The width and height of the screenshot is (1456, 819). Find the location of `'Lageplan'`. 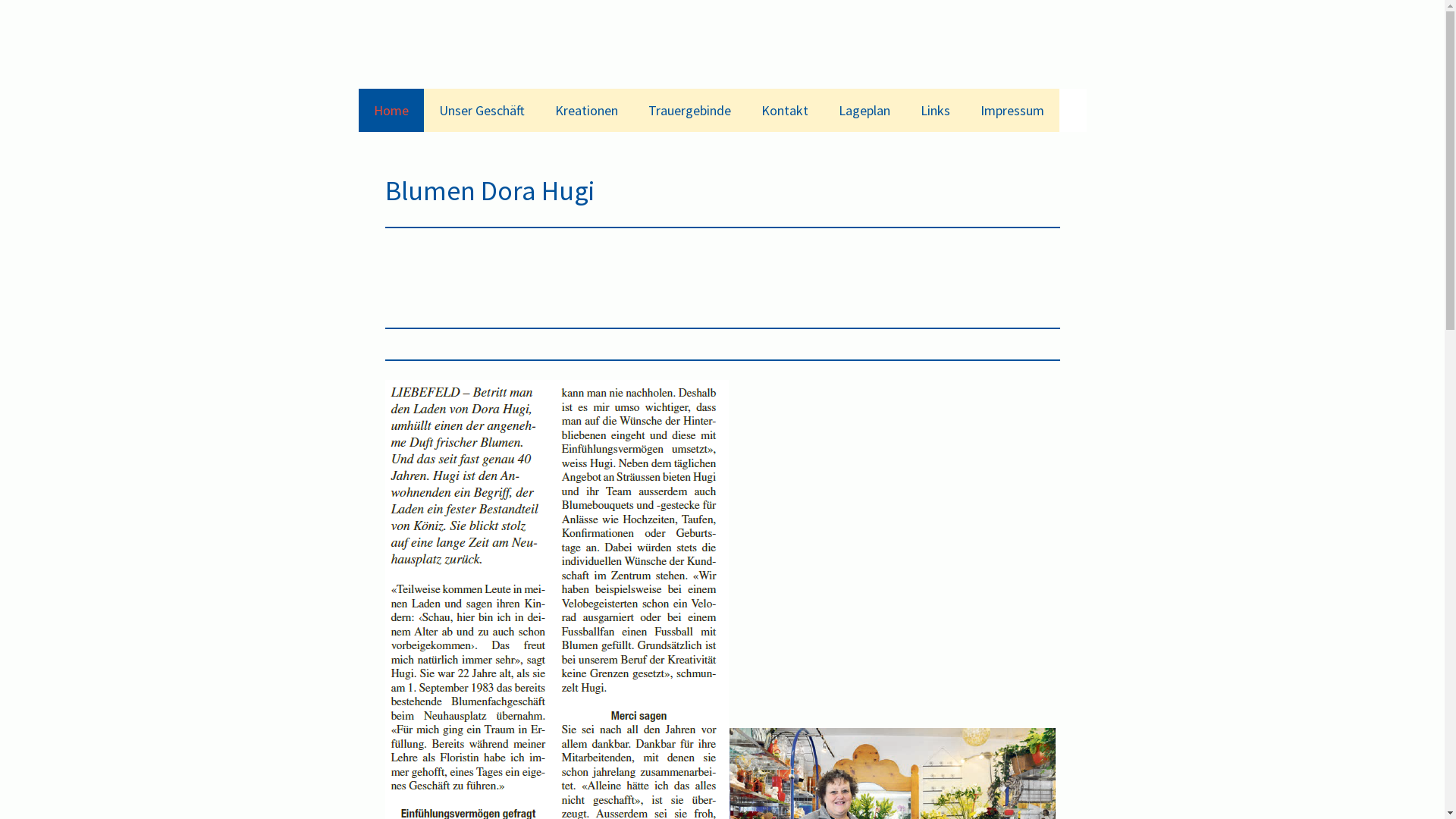

'Lageplan' is located at coordinates (864, 109).